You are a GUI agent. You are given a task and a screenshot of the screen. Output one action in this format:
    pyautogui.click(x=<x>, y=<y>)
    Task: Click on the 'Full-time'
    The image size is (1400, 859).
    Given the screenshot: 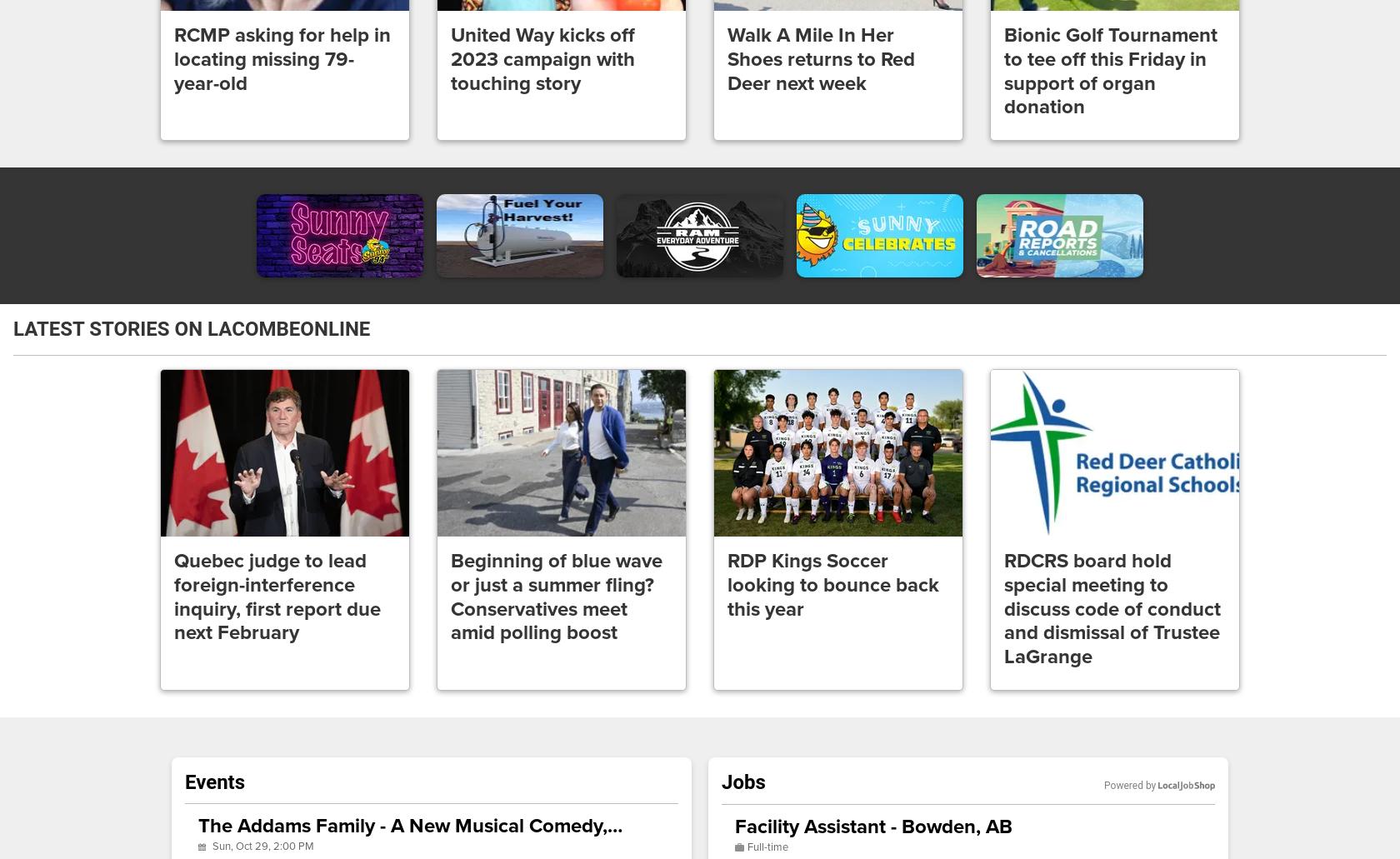 What is the action you would take?
    pyautogui.click(x=767, y=846)
    